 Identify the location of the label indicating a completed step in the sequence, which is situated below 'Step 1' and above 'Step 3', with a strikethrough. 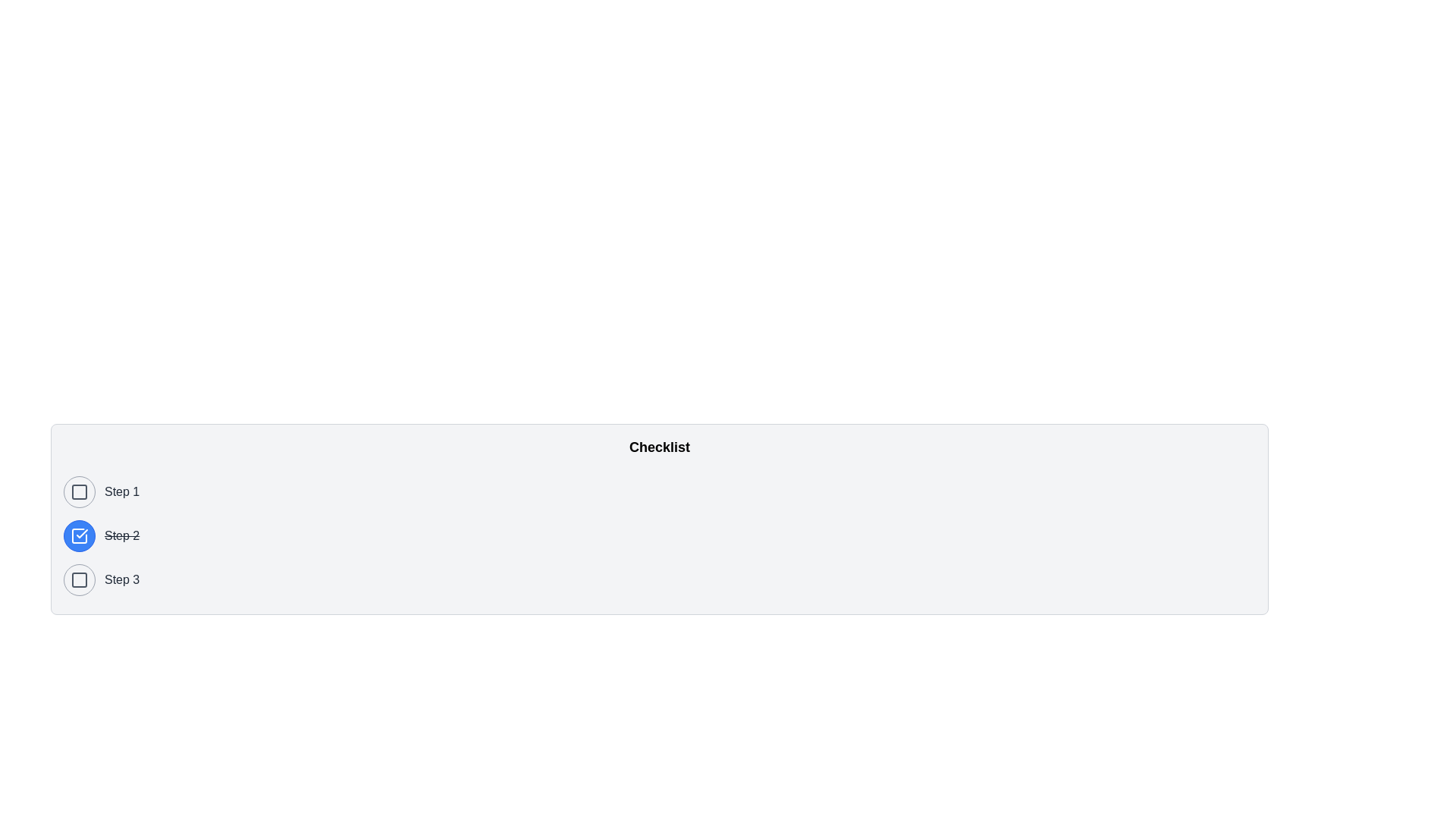
(122, 535).